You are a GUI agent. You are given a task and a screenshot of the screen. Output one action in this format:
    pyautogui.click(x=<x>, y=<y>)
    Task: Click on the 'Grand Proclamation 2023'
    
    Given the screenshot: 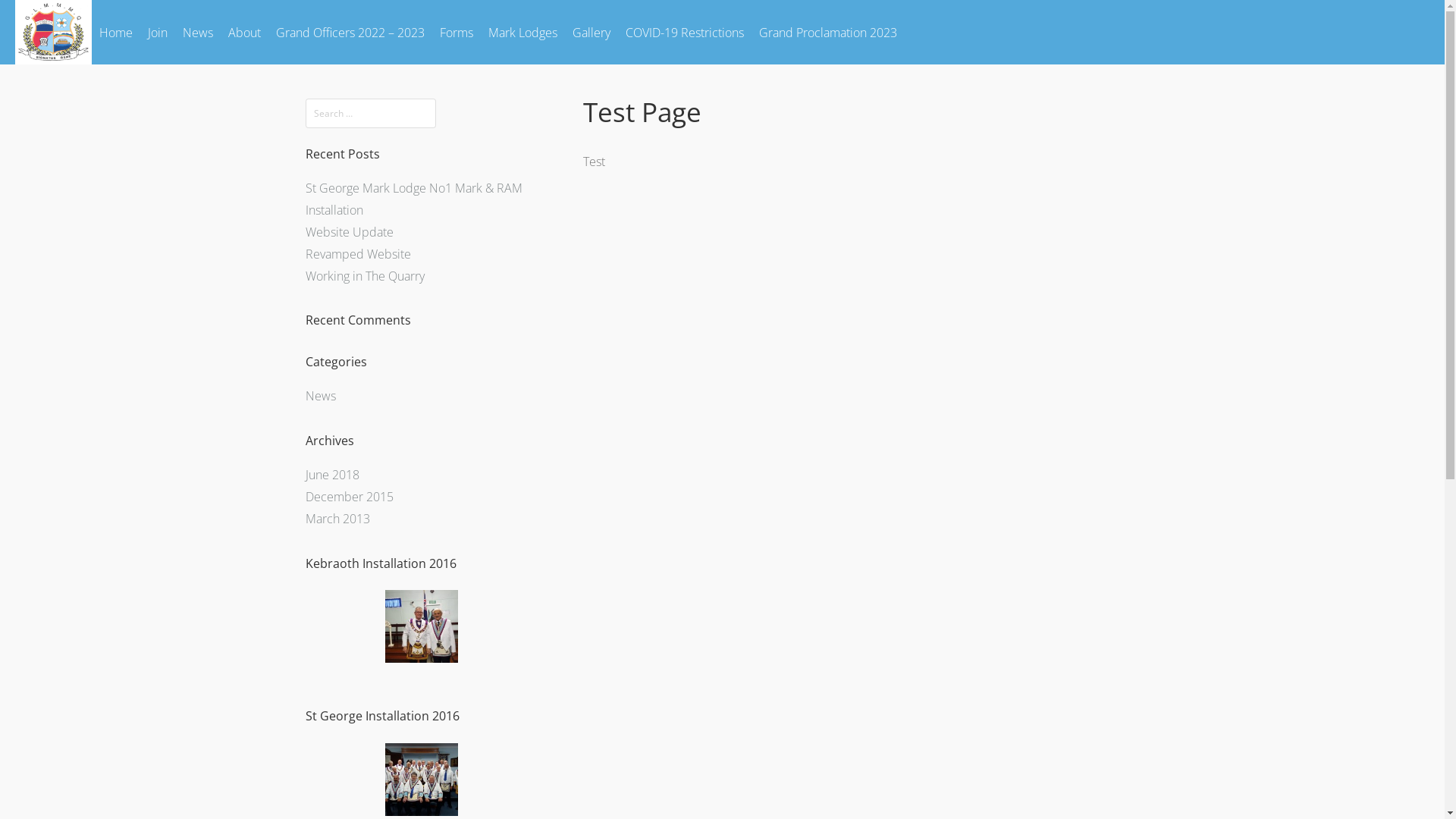 What is the action you would take?
    pyautogui.click(x=827, y=32)
    